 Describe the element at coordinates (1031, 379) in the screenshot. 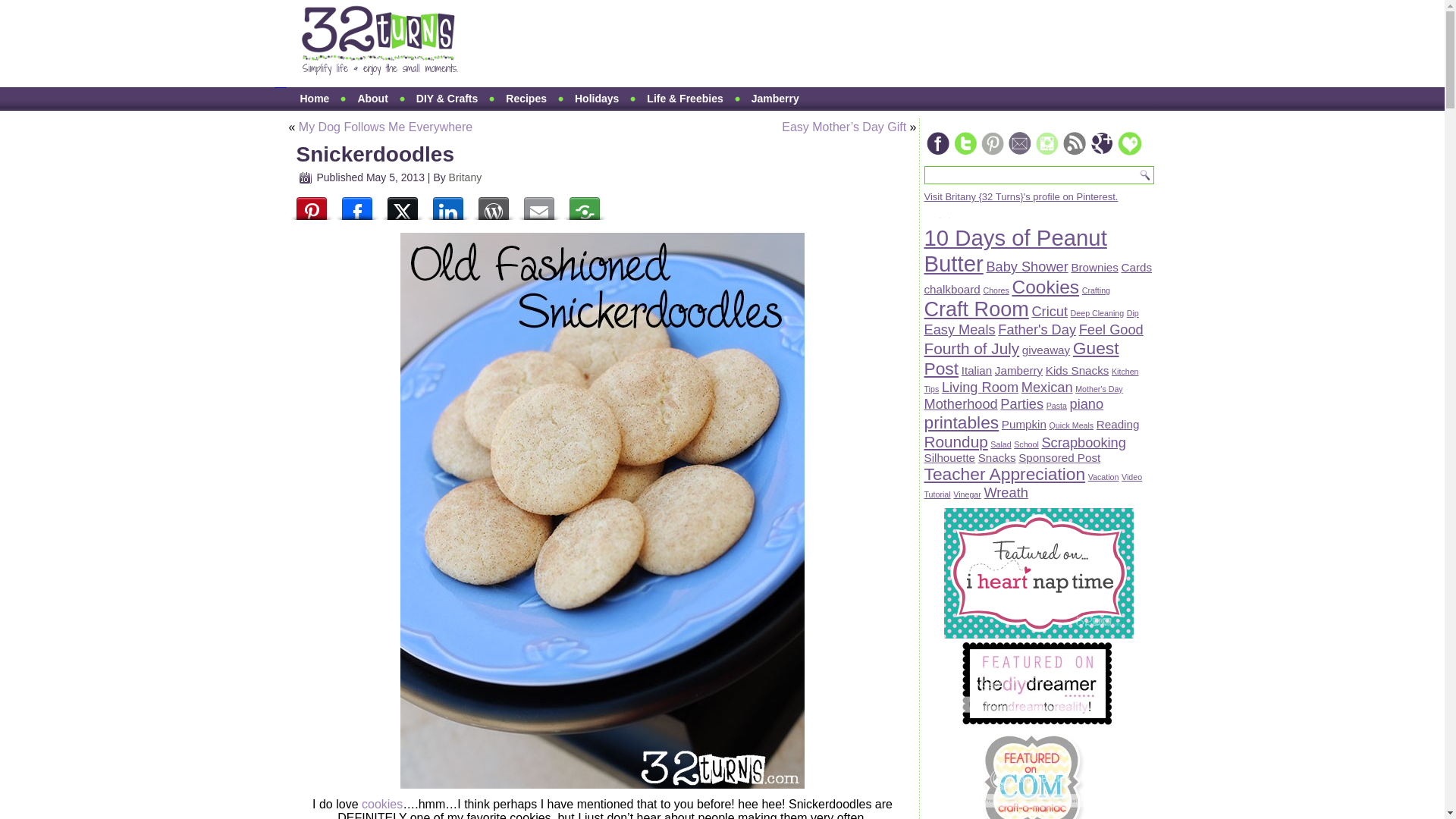

I see `'Kitchen Tips'` at that location.